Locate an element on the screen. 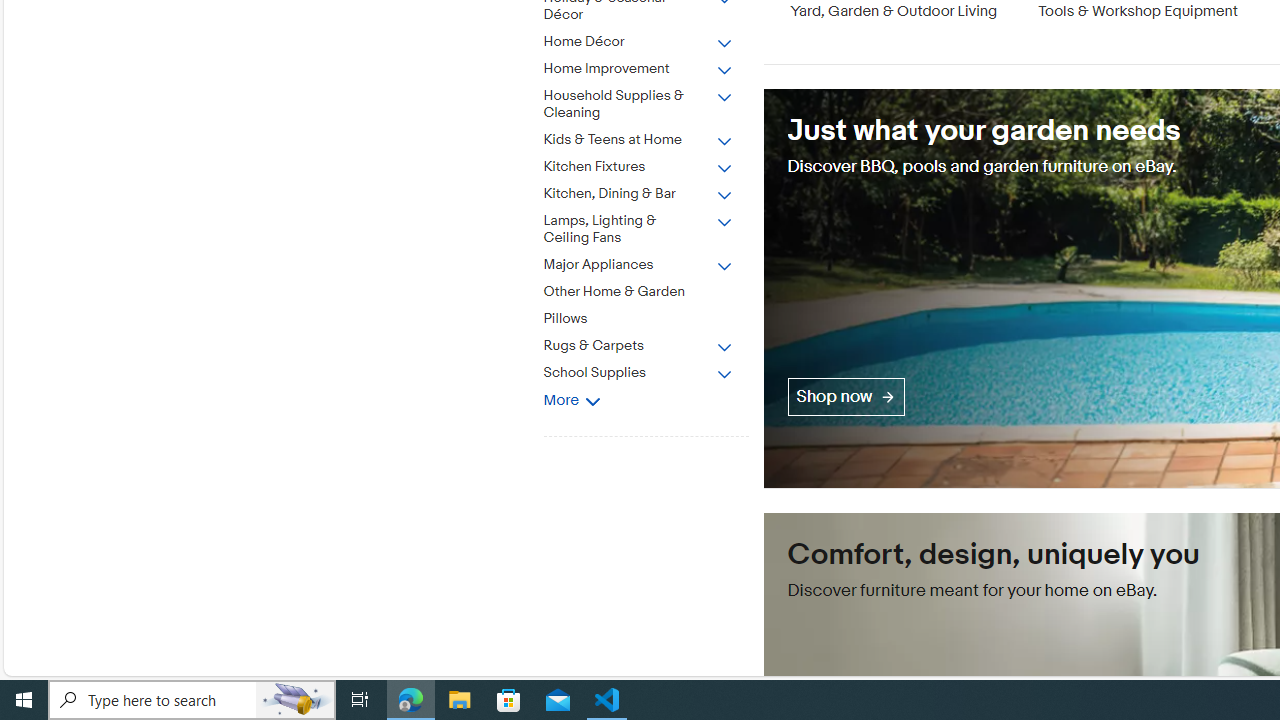 This screenshot has width=1280, height=720. 'Kids & Teens at Home' is located at coordinates (653, 135).